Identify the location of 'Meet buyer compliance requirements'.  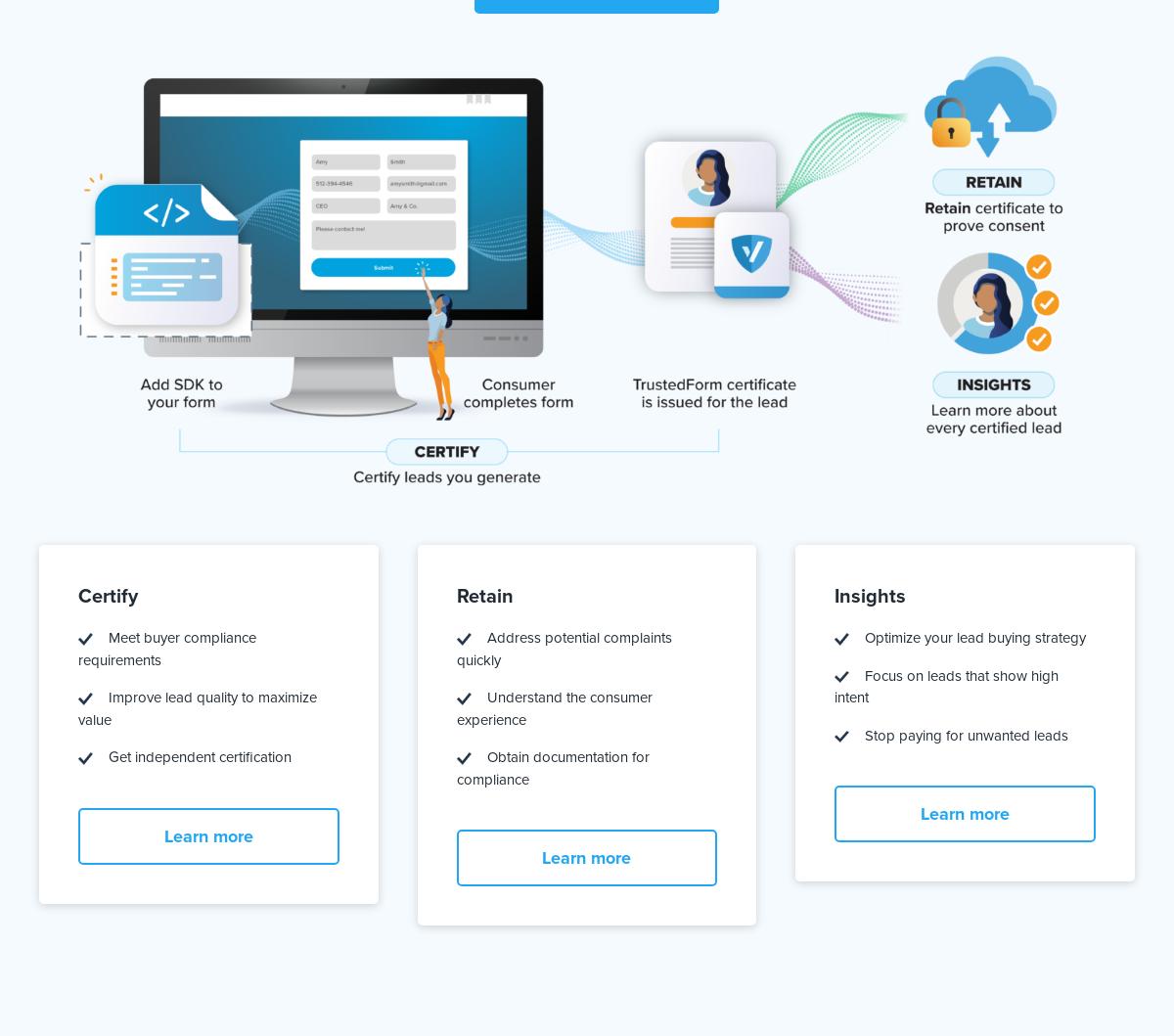
(165, 649).